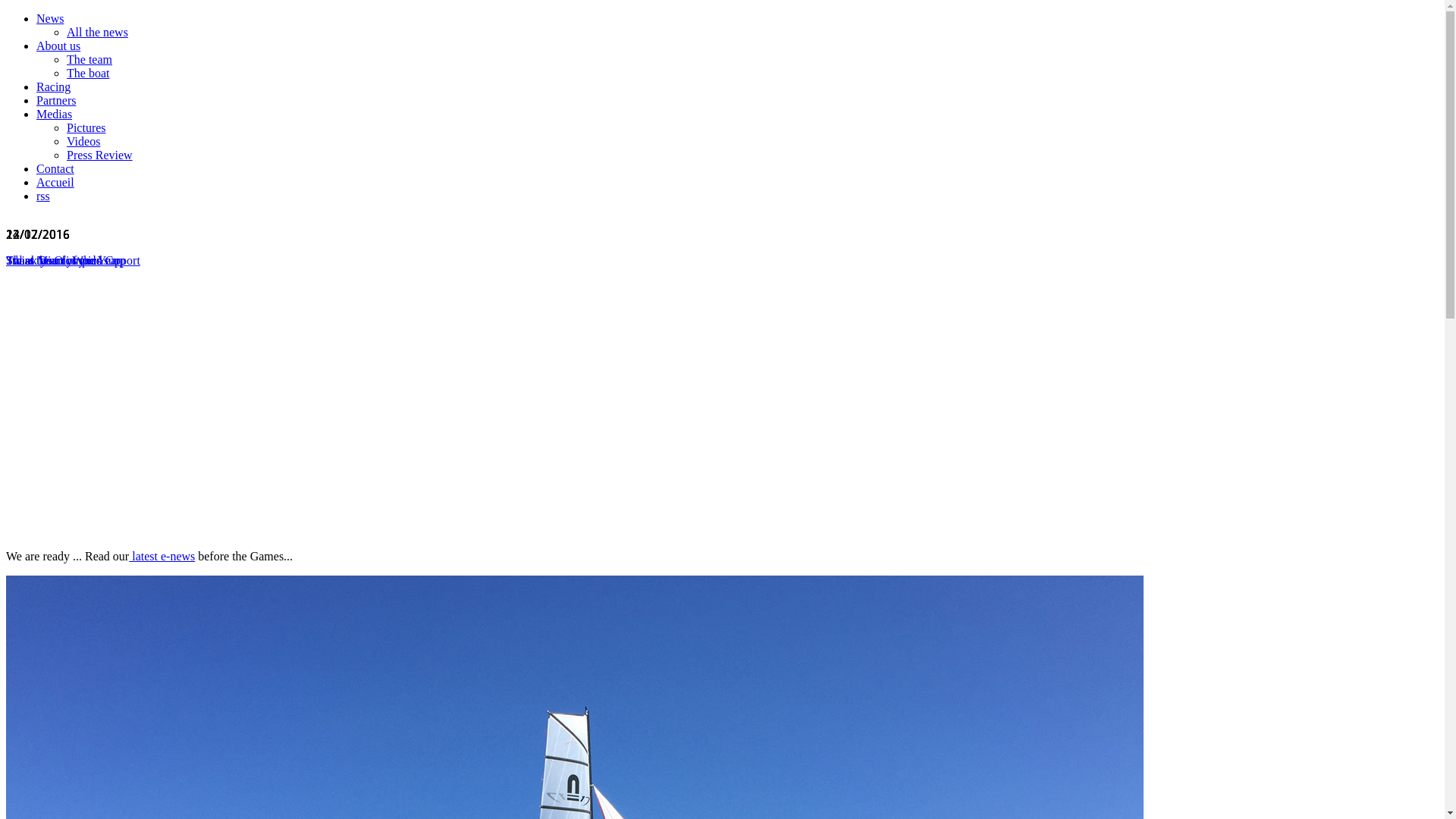 Image resolution: width=1456 pixels, height=819 pixels. I want to click on 'Pictures', so click(86, 127).